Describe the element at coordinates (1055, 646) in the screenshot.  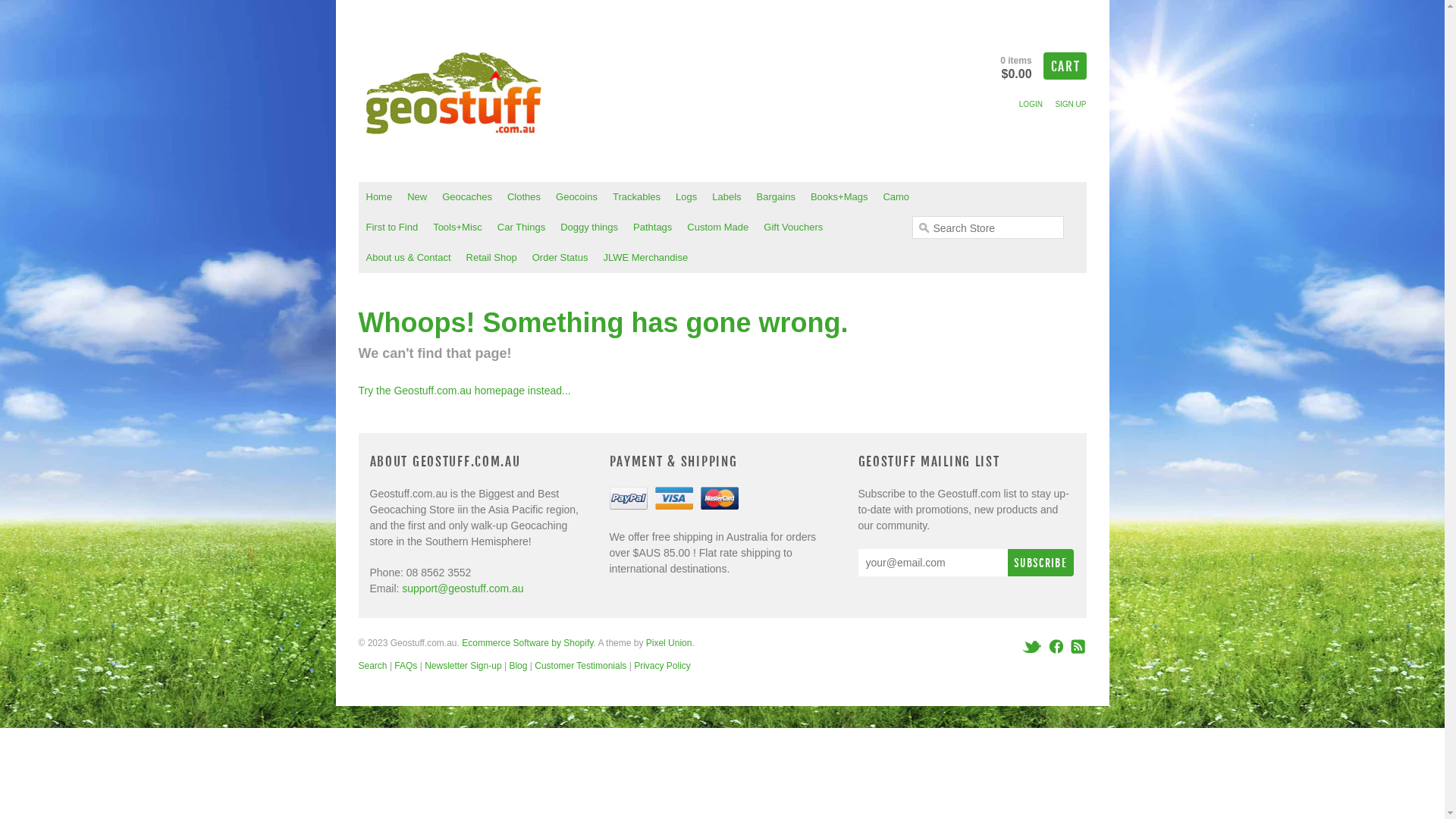
I see `'Facebook'` at that location.